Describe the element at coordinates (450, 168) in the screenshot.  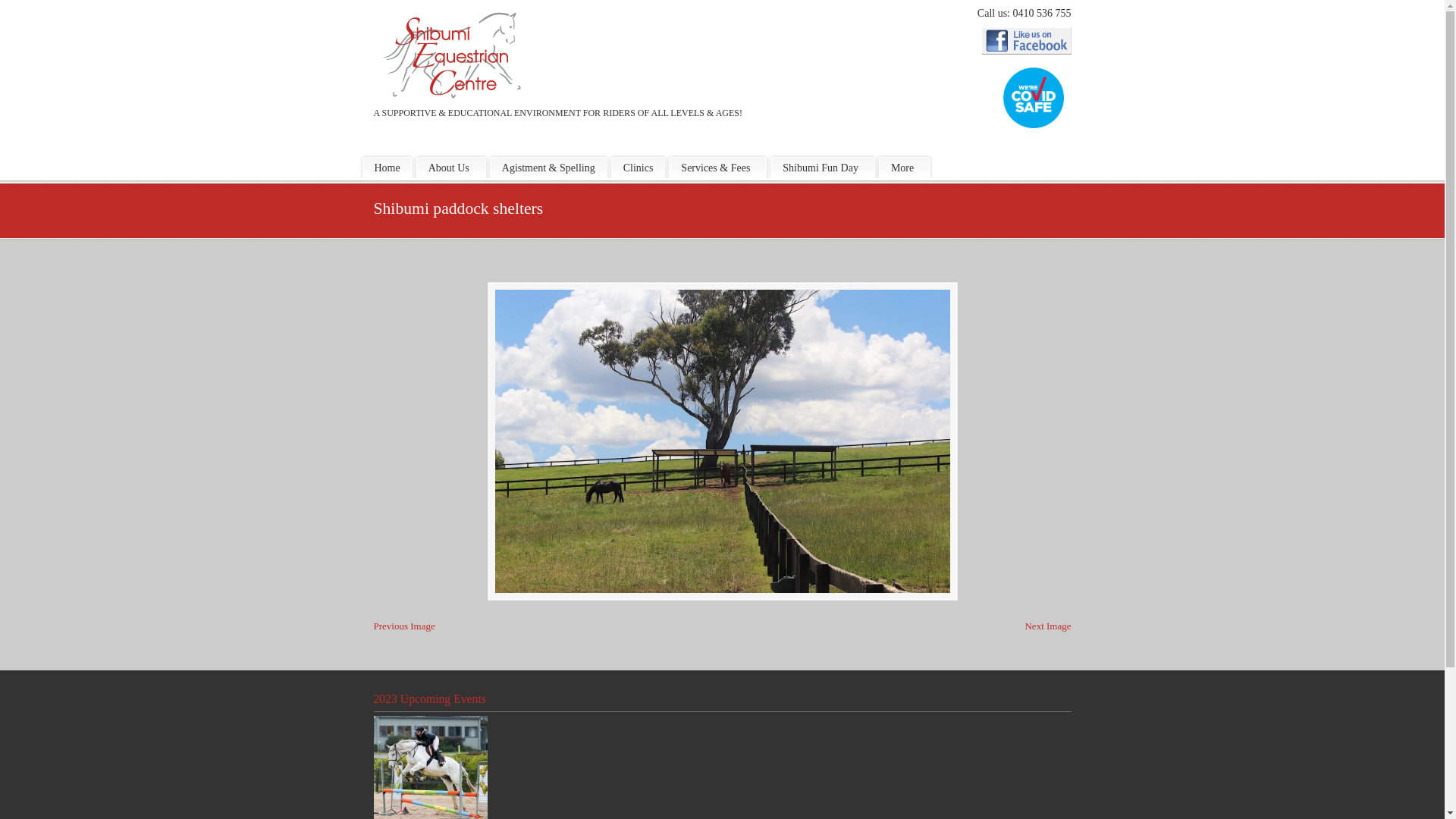
I see `'About Us'` at that location.